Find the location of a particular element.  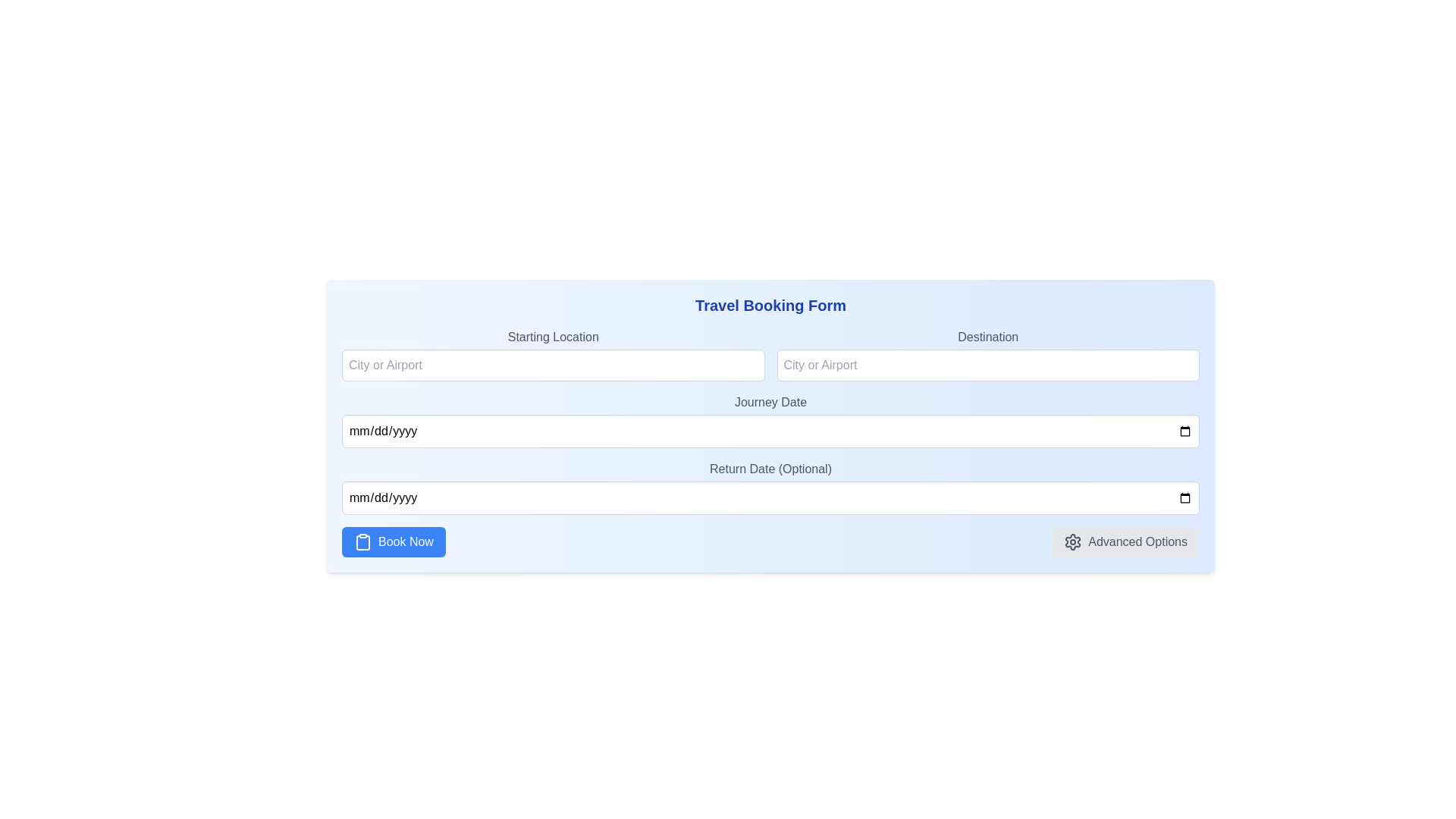

the date input field is located at coordinates (770, 421).